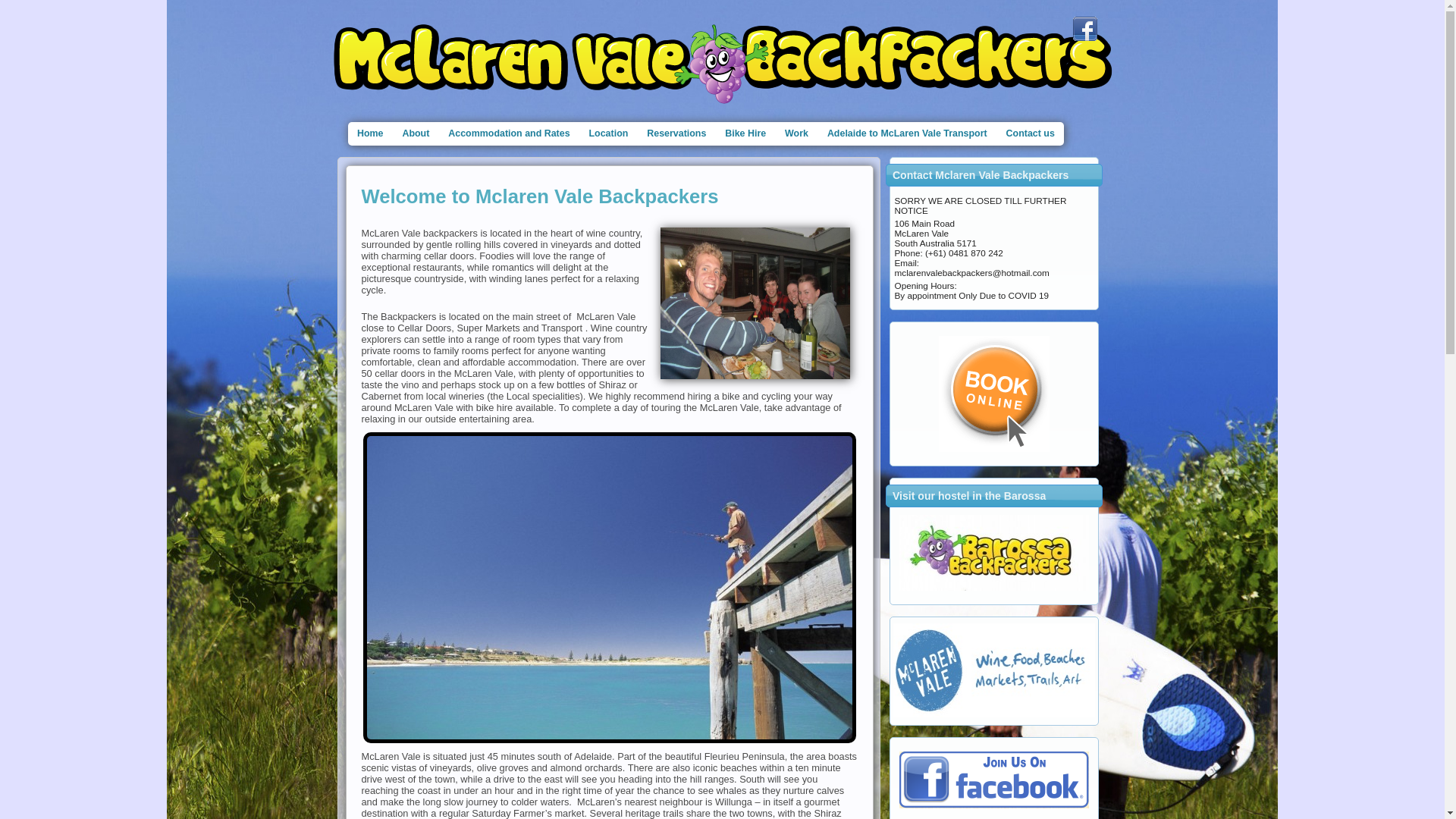 The image size is (1456, 819). Describe the element at coordinates (906, 133) in the screenshot. I see `'Adelaide to McLaren Vale Transport'` at that location.